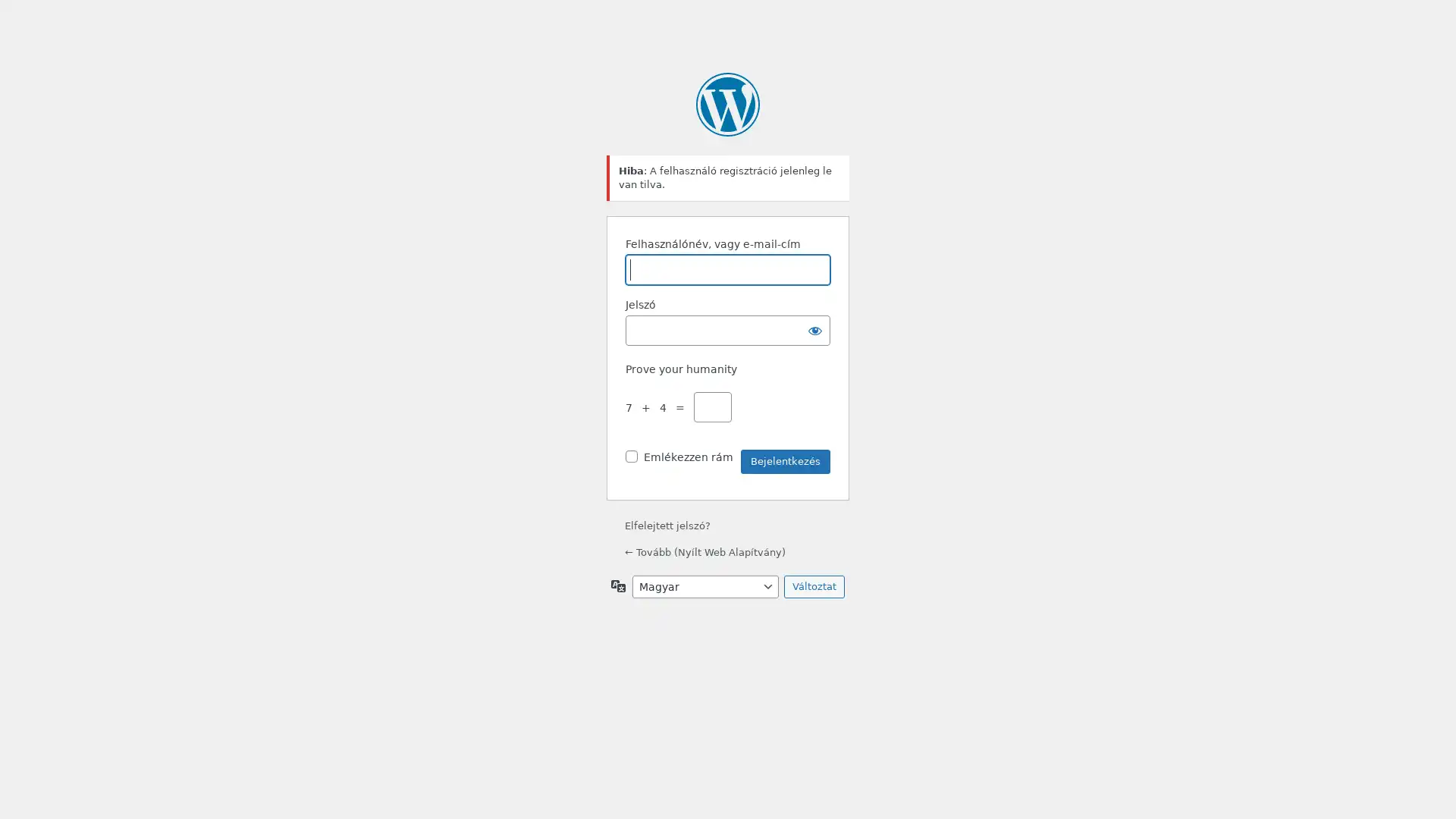 The width and height of the screenshot is (1456, 819). Describe the element at coordinates (814, 329) in the screenshot. I see `Jelszo mutatasa` at that location.